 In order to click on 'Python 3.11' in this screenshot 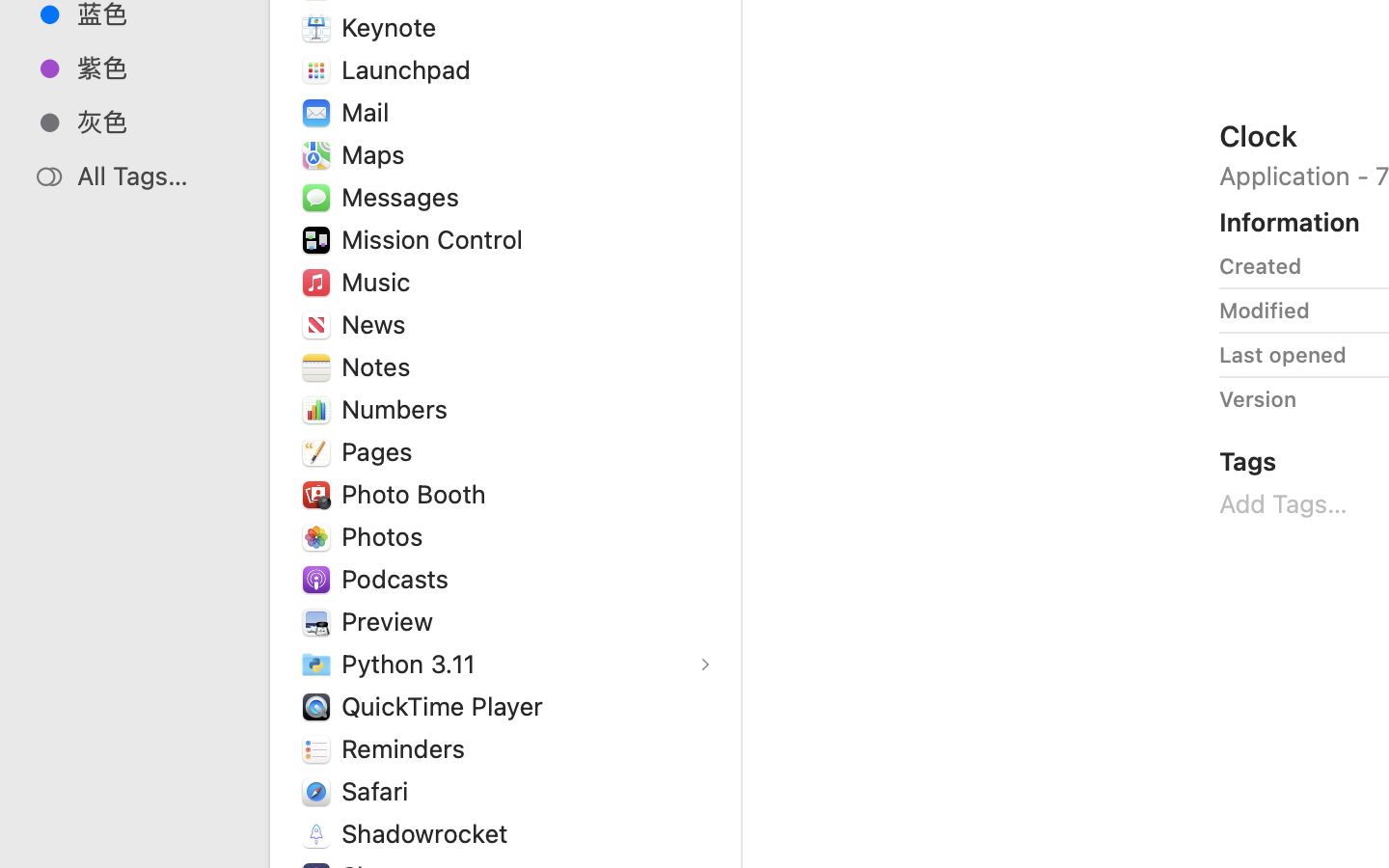, I will do `click(412, 662)`.